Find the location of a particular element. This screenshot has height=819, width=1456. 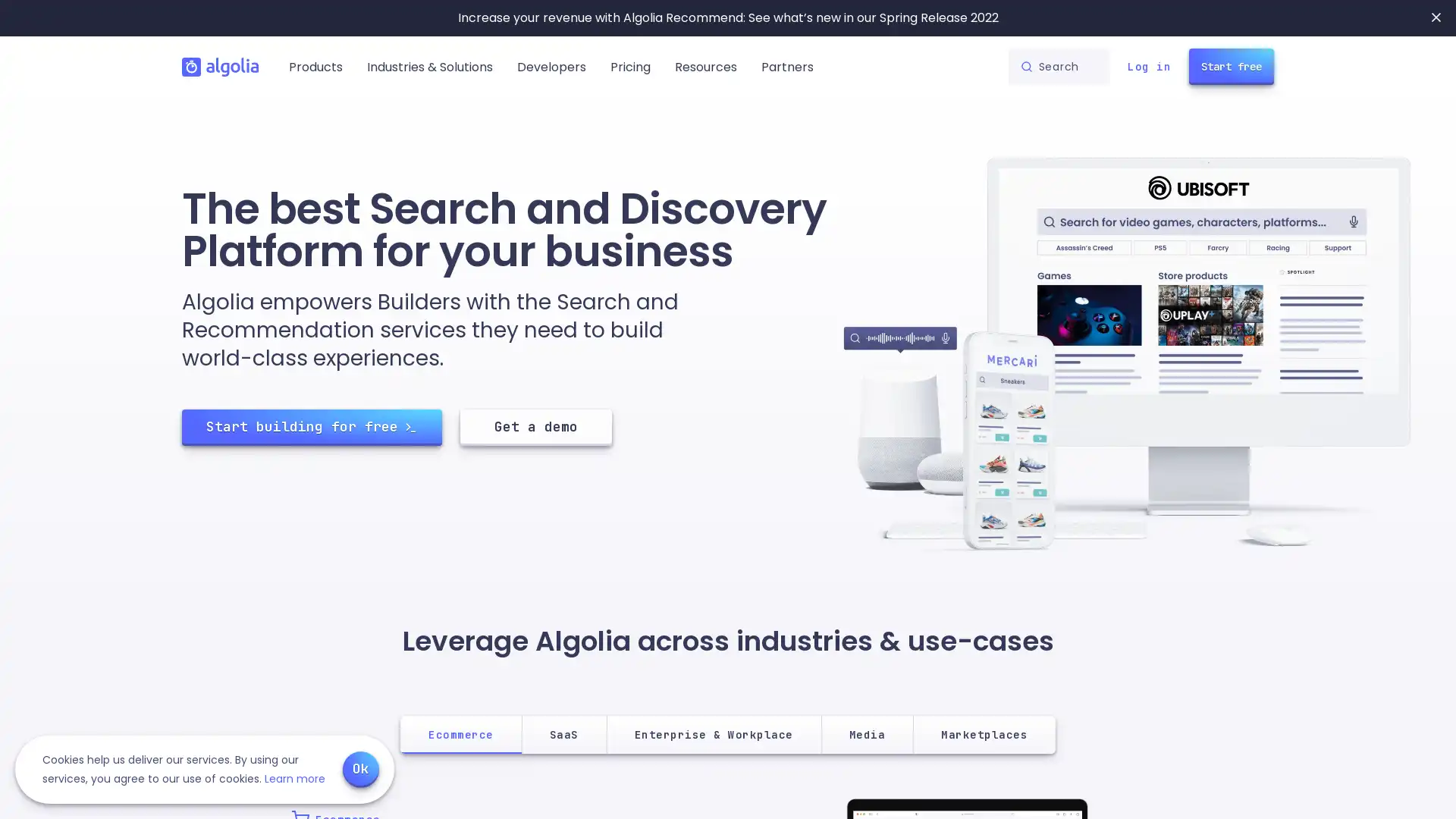

Resources is located at coordinates (711, 66).